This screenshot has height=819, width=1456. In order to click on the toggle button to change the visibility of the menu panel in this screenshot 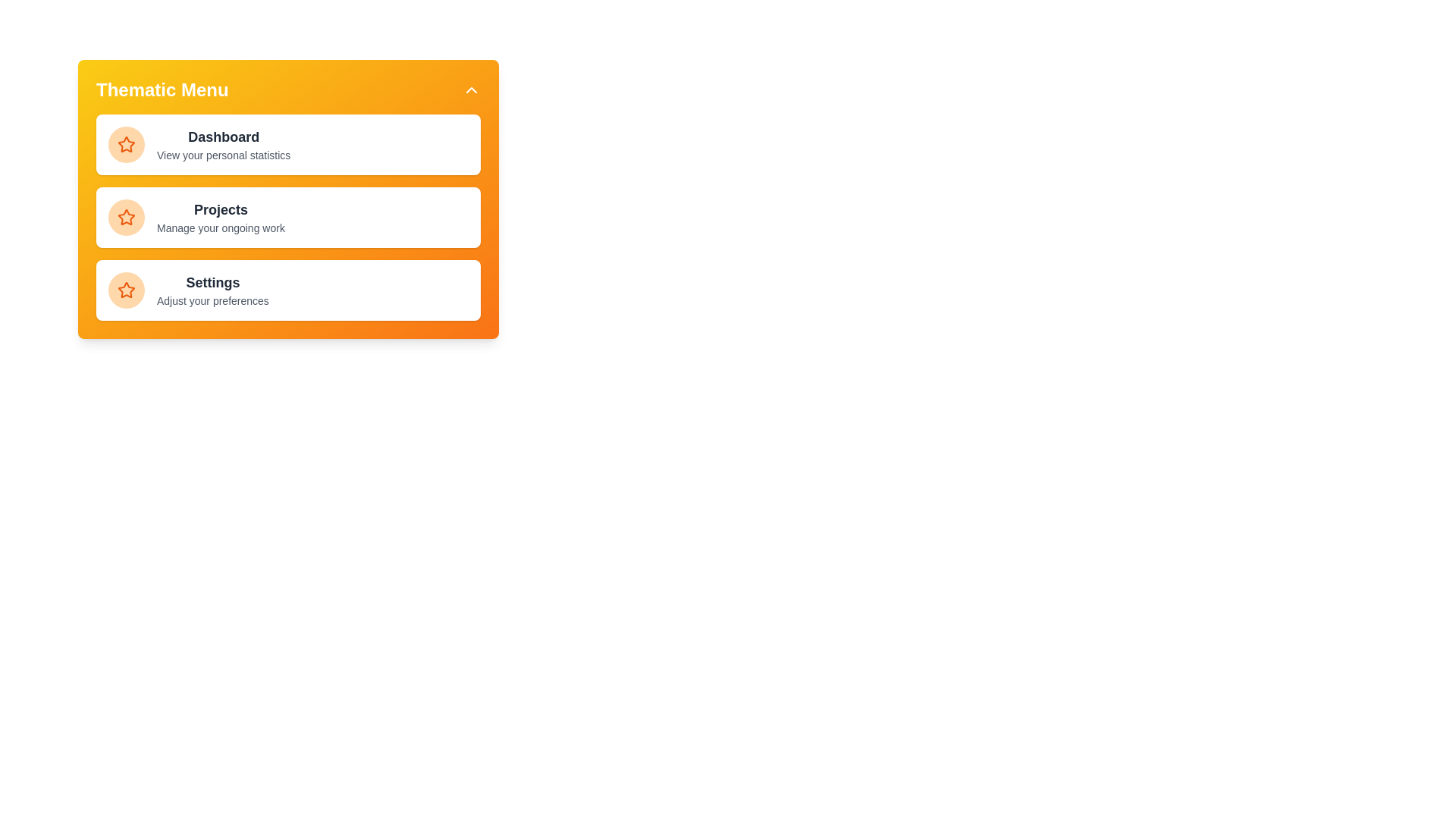, I will do `click(471, 90)`.